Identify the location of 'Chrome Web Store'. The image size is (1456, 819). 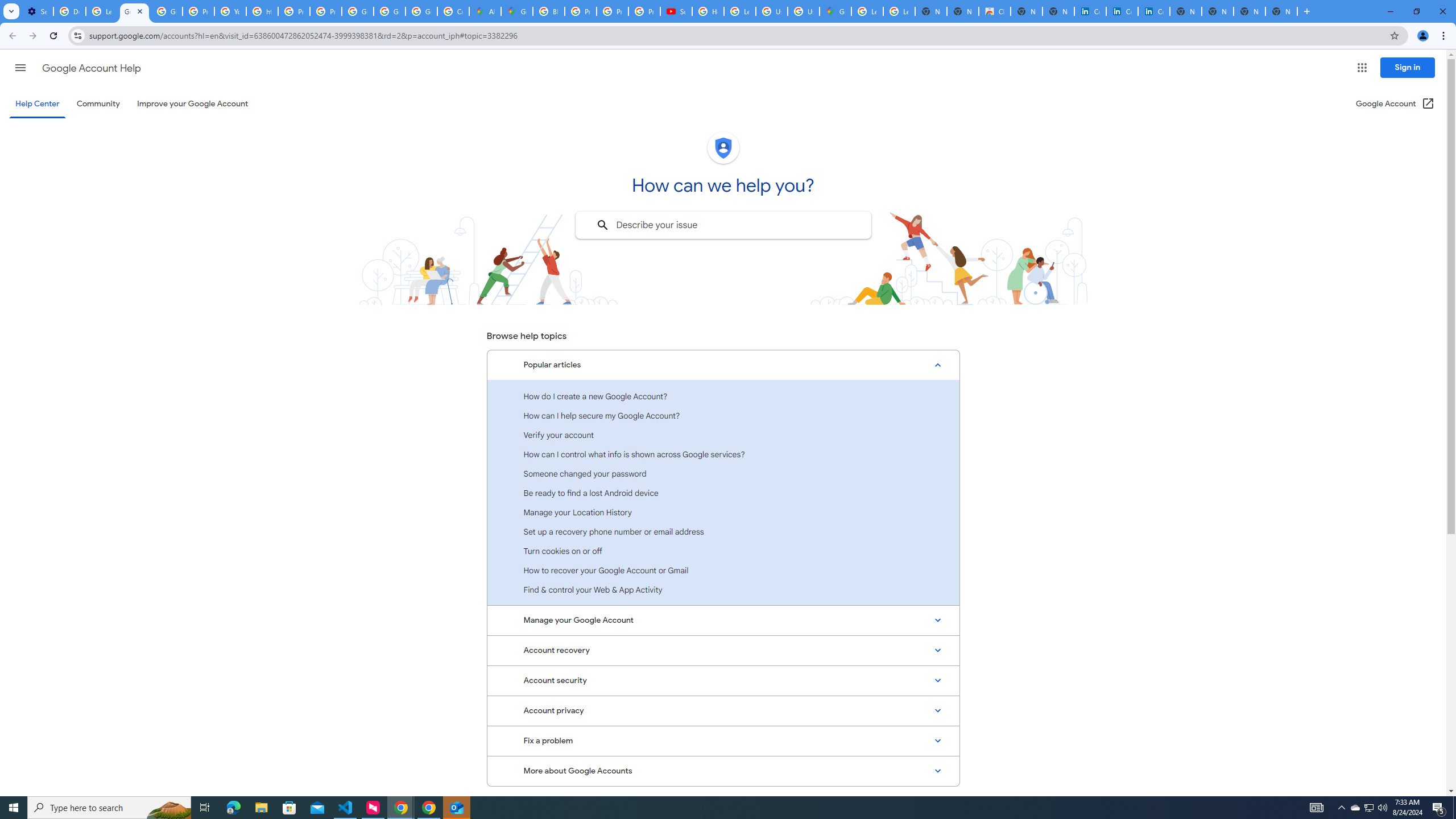
(994, 11).